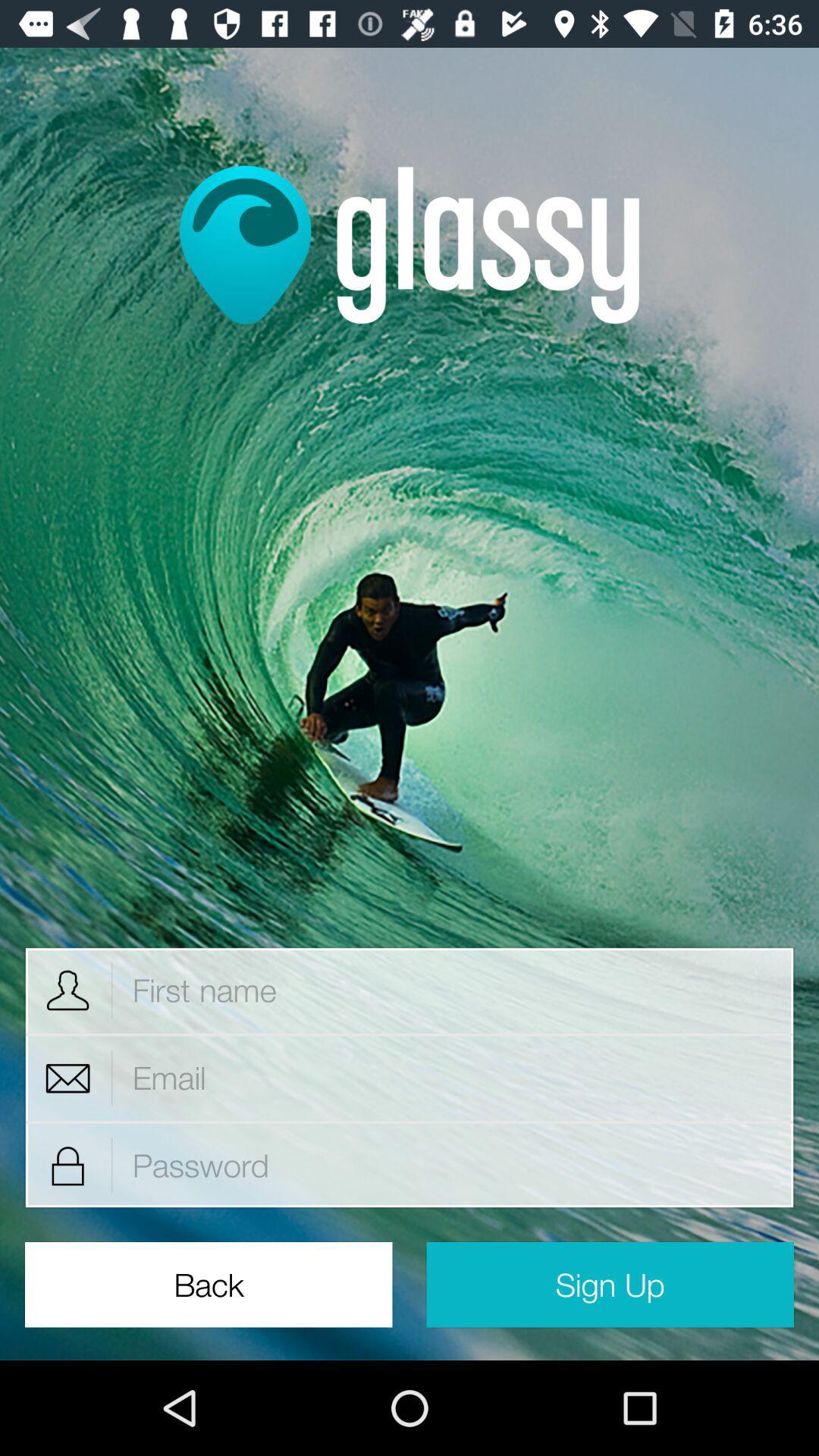 The image size is (819, 1456). I want to click on sign up item, so click(609, 1284).